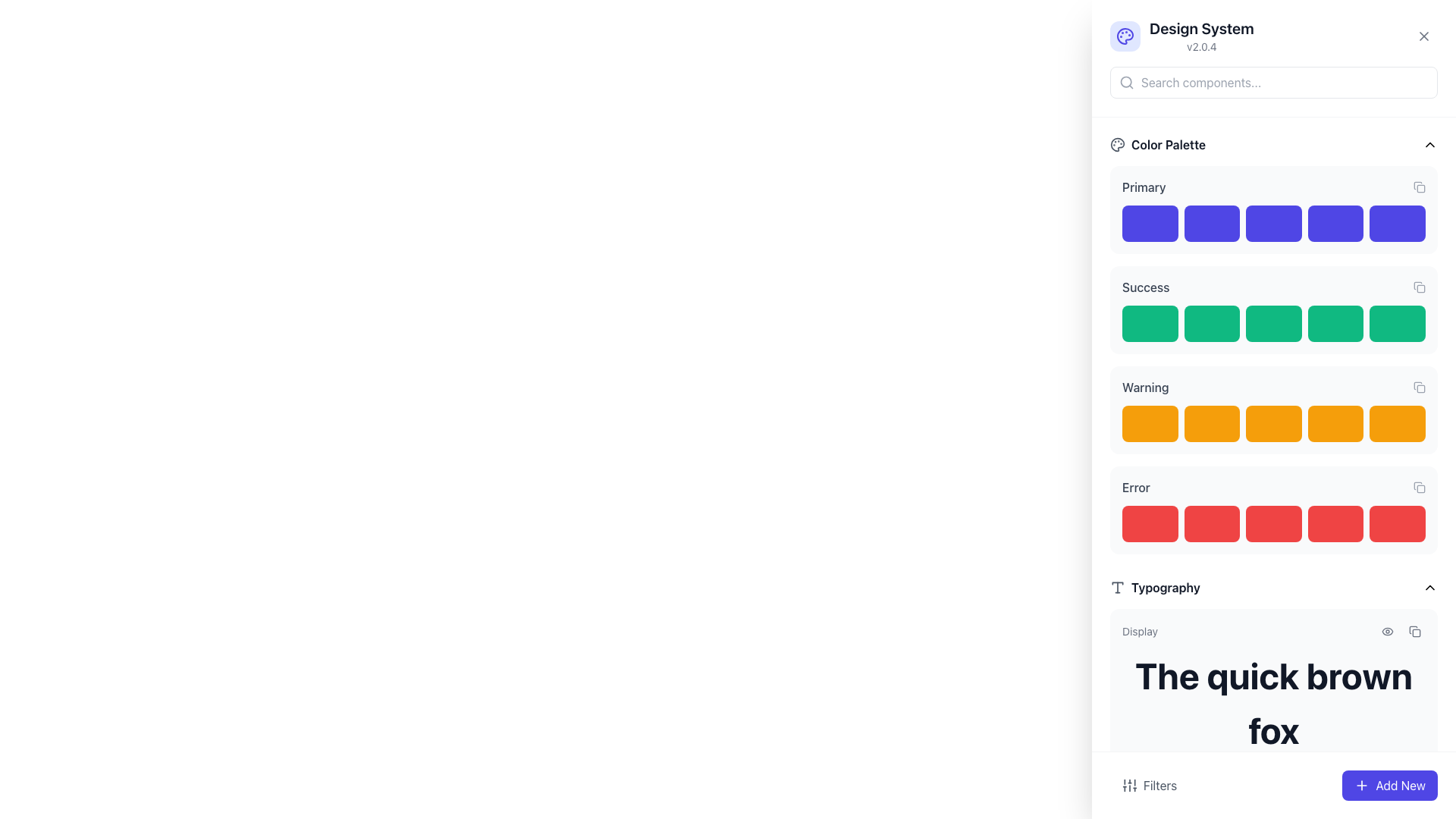 This screenshot has height=819, width=1456. I want to click on the first green color swatch in the 'Success' section of the 'Color Palette' group located in the sidebar, so click(1150, 323).